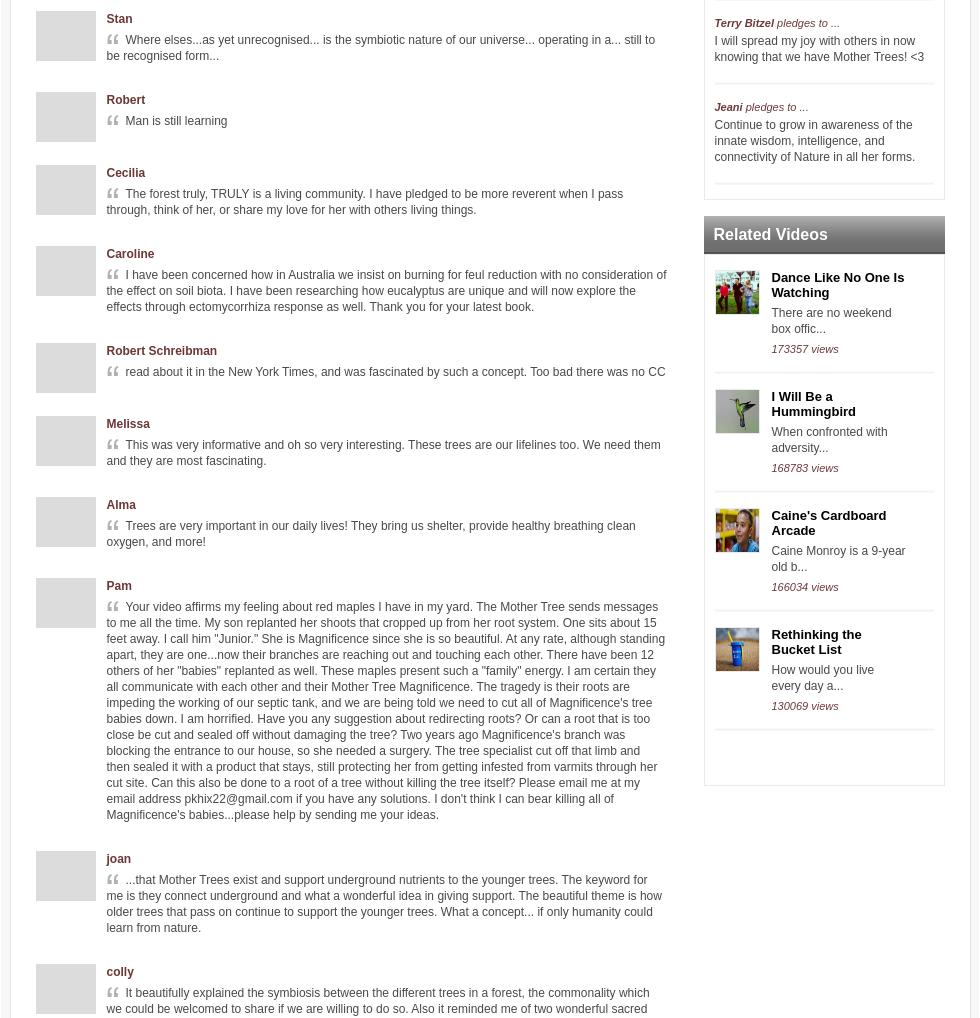  I want to click on 'continue to share about seed saving and the importance of revitalizing our soils.', so click(822, 532).